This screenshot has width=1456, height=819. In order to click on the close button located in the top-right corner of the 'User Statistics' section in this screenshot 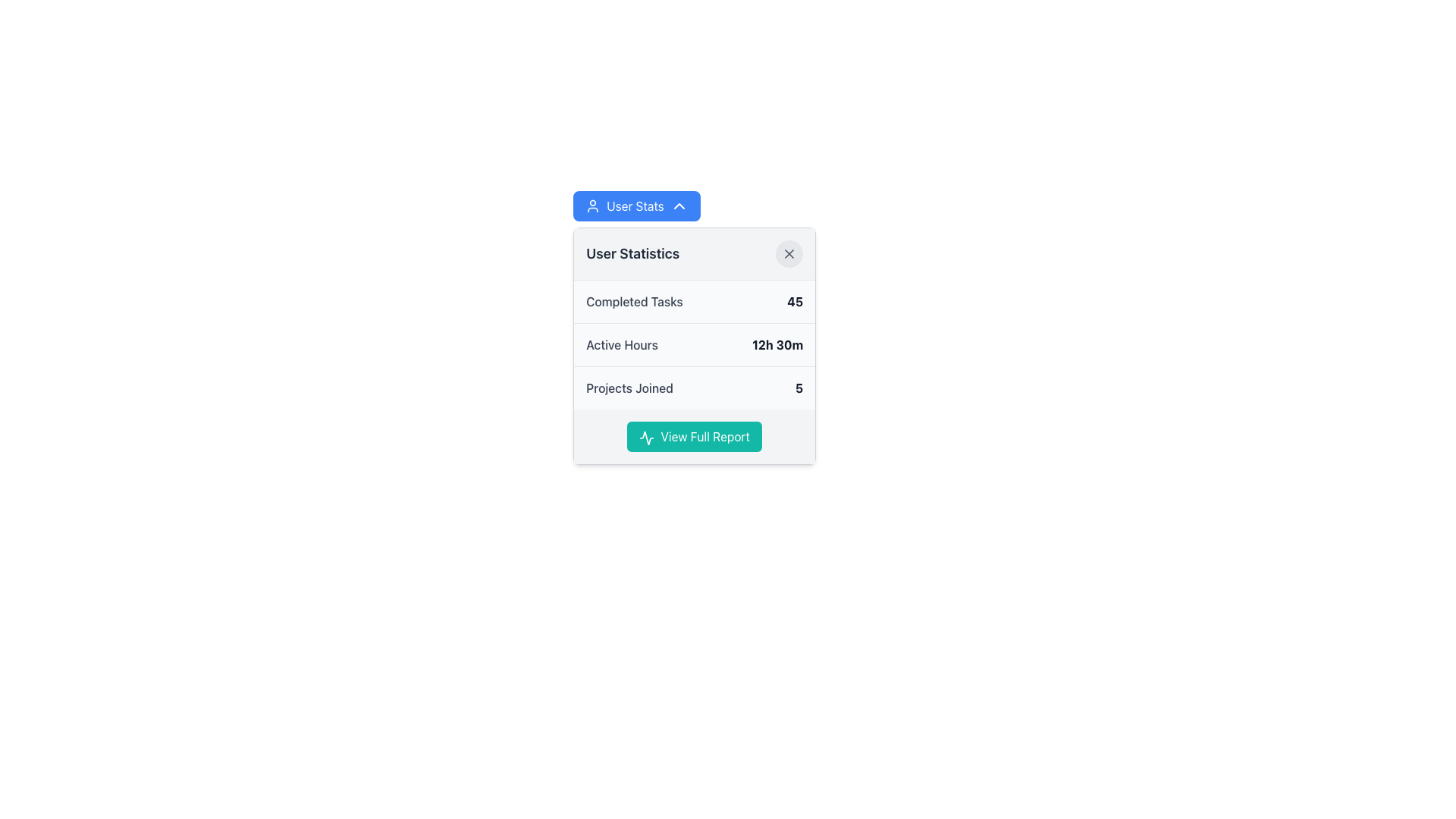, I will do `click(789, 253)`.